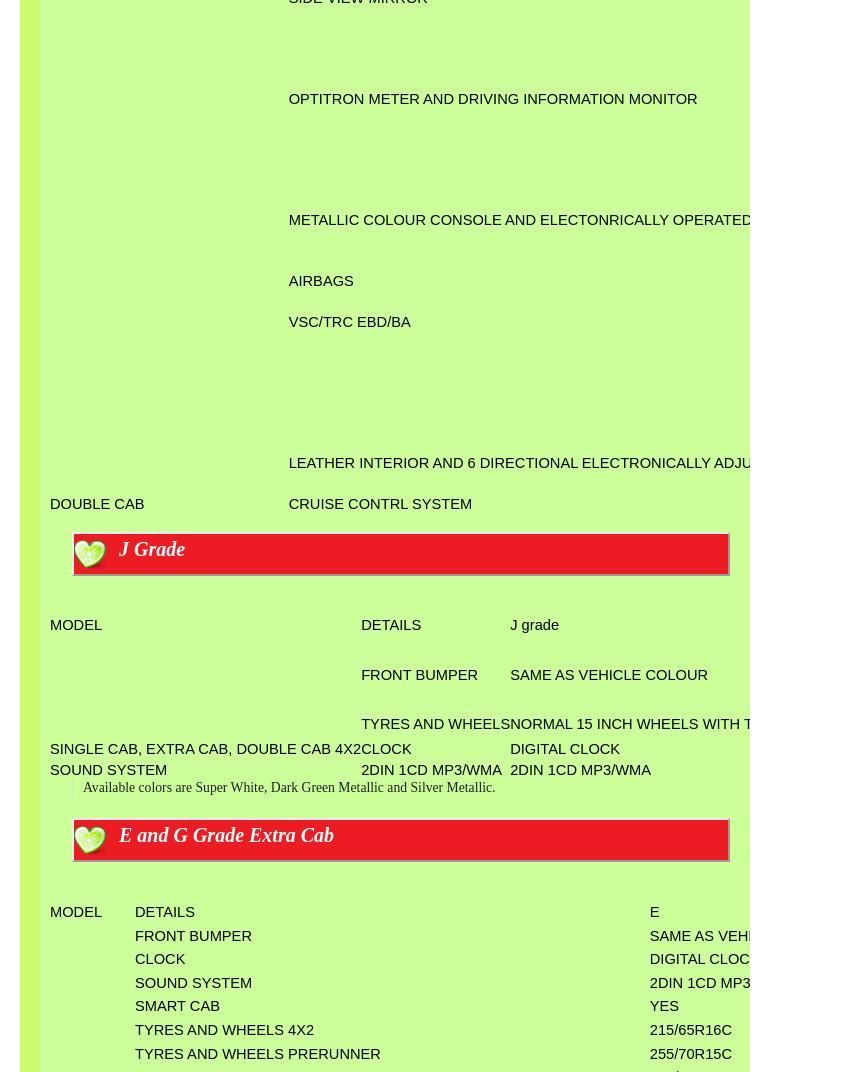  What do you see at coordinates (378, 502) in the screenshot?
I see `'CRUISE 
							   CONTRL SYSTEM'` at bounding box center [378, 502].